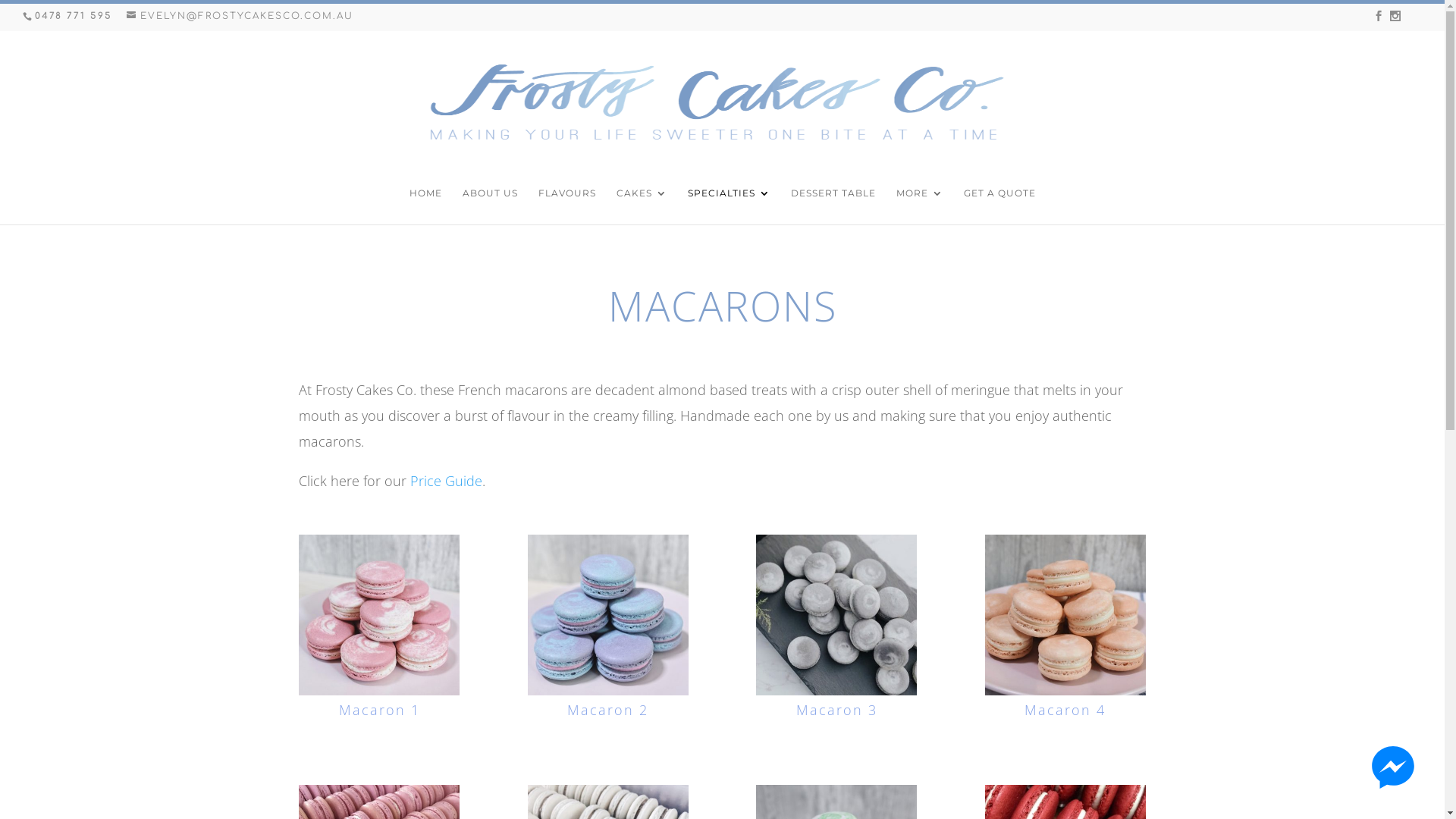 This screenshot has height=819, width=1456. Describe the element at coordinates (239, 15) in the screenshot. I see `'EVELYN@FROSTYCAKESCO.COM.AU'` at that location.